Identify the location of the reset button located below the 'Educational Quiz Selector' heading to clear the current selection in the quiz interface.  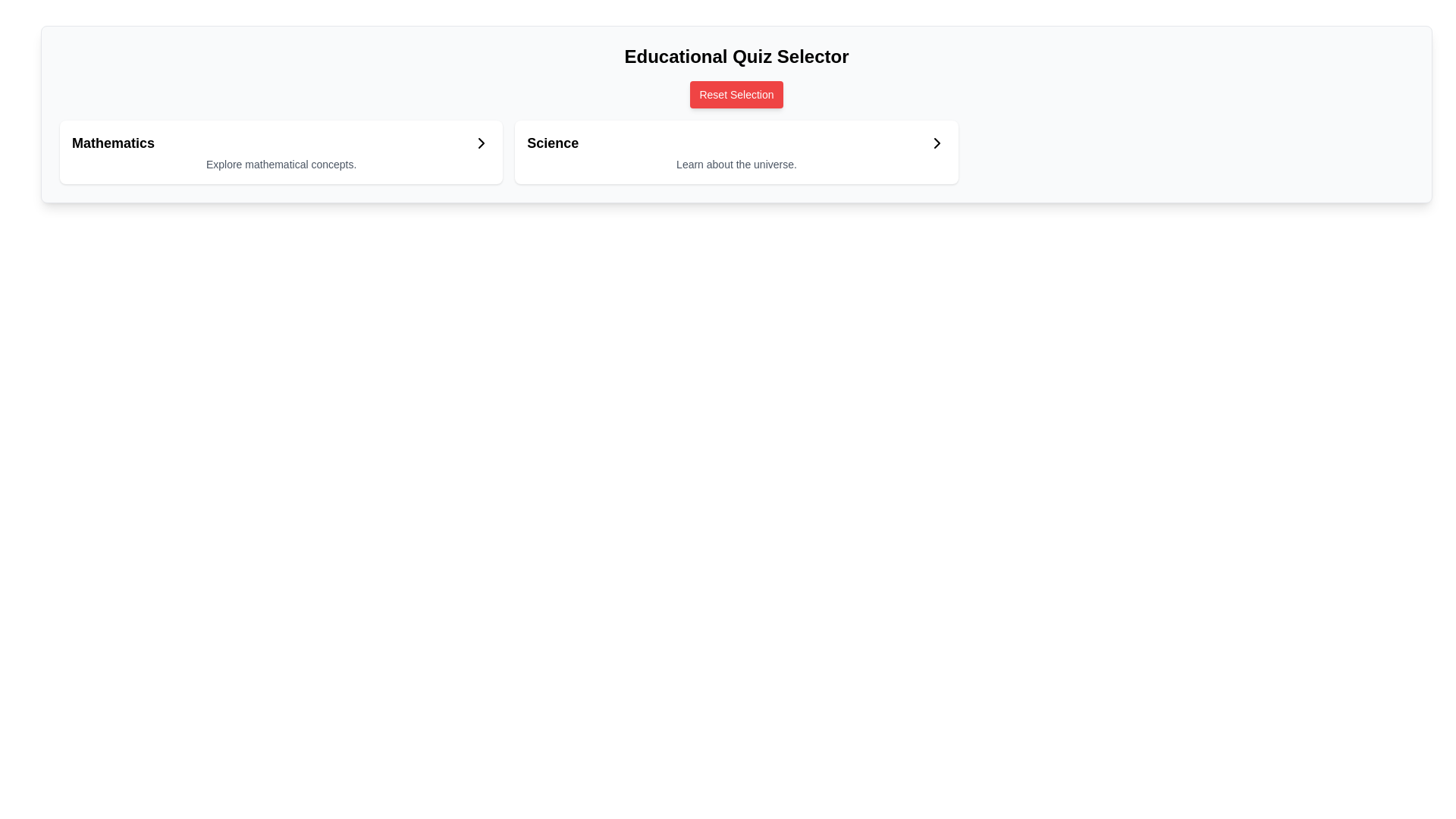
(736, 94).